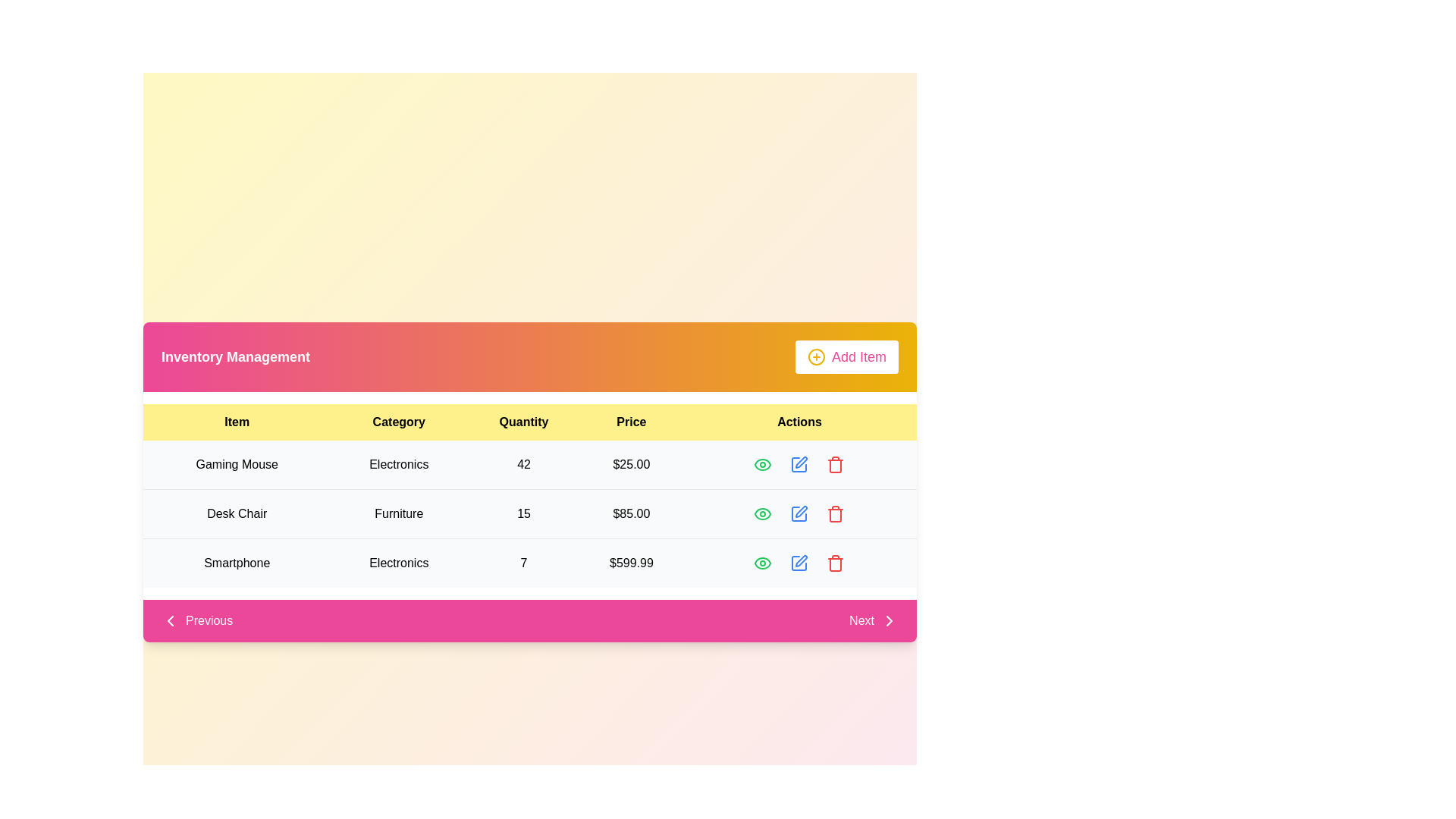 The height and width of the screenshot is (819, 1456). What do you see at coordinates (524, 464) in the screenshot?
I see `the text label displaying the number '42' in bold black font located in the 'Quantity' column of the data row for the item 'Gaming Mouse'` at bounding box center [524, 464].